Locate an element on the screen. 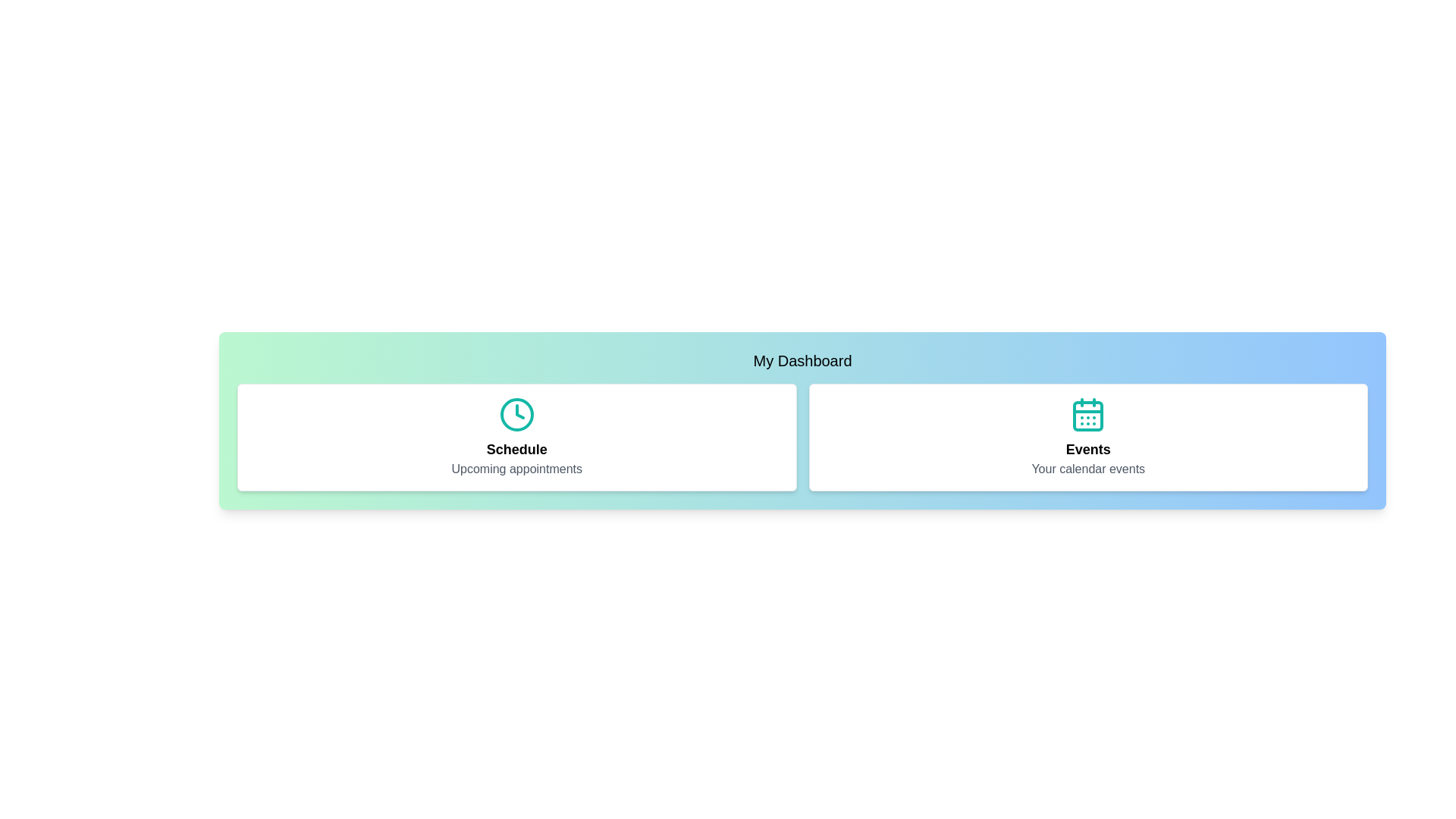 This screenshot has width=1456, height=819. the middle cell in the second row of the calendar grid within the calendar icon on the 'Events' card is located at coordinates (1087, 416).